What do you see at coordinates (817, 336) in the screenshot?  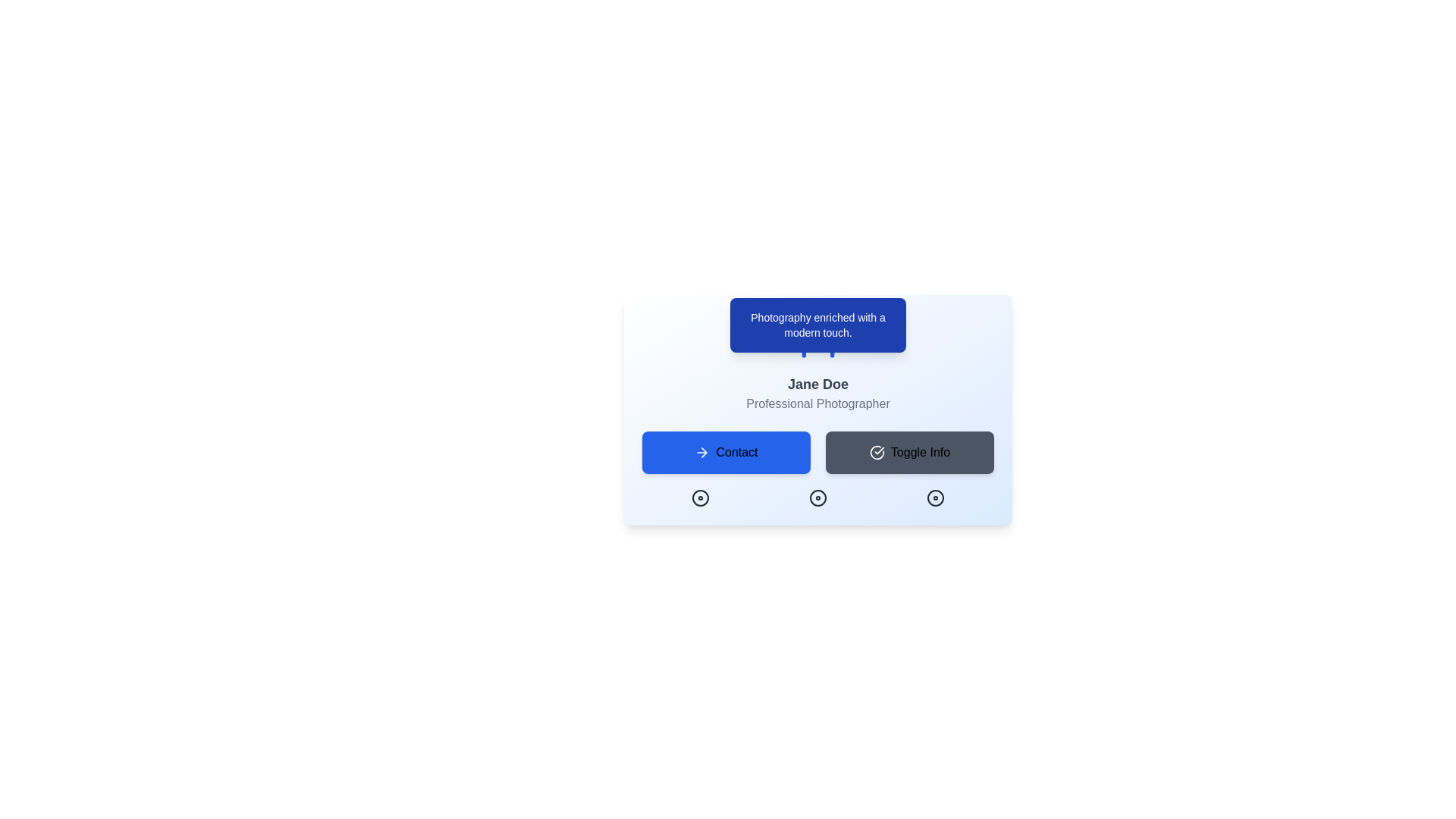 I see `the user silhouette icon styled in blue and white tones, positioned above the text 'Jane Doe' and aligned with the tooltip 'Photography enriched with a modern touch'` at bounding box center [817, 336].